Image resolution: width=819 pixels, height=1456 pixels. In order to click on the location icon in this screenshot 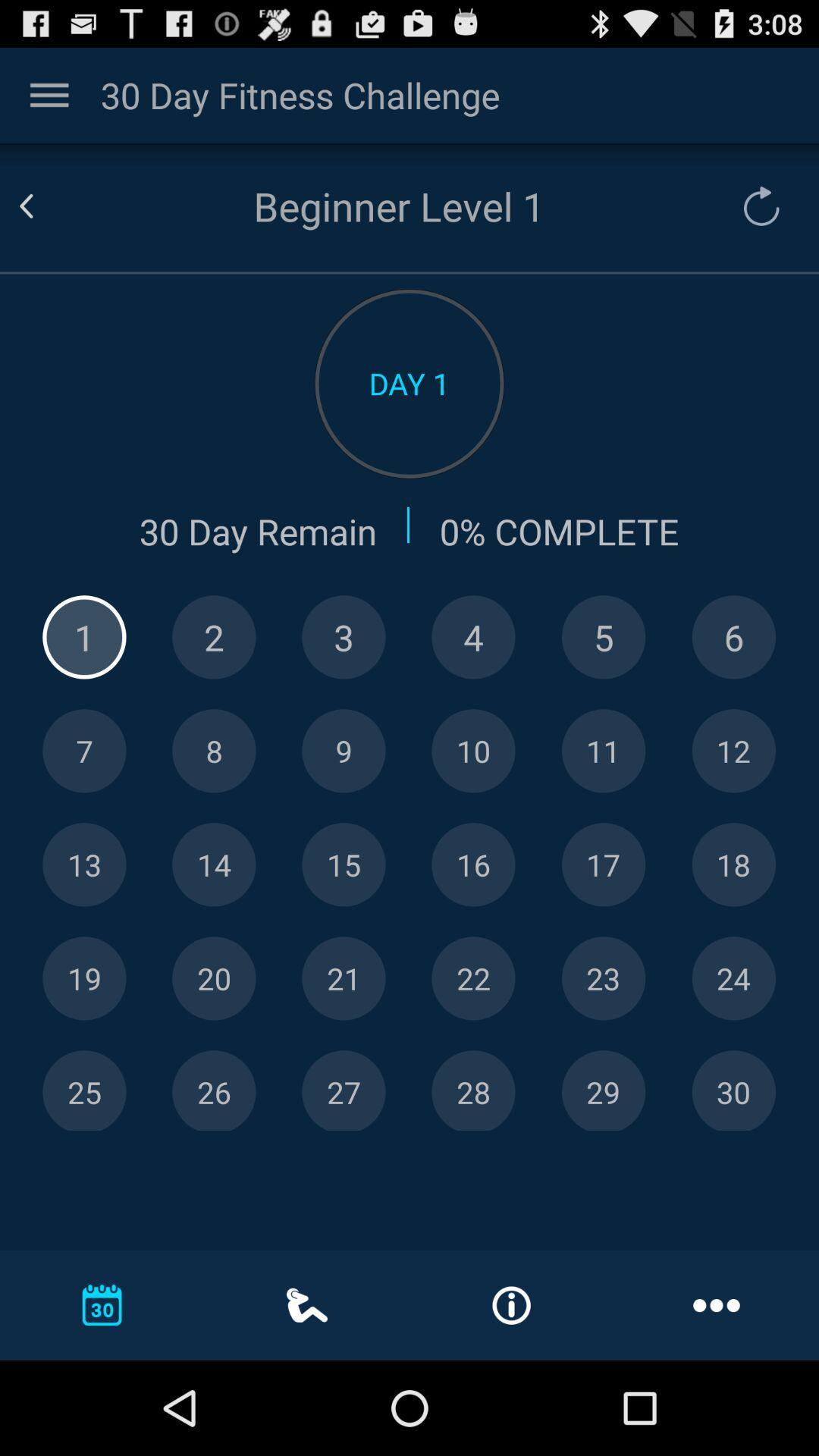, I will do `click(214, 802)`.